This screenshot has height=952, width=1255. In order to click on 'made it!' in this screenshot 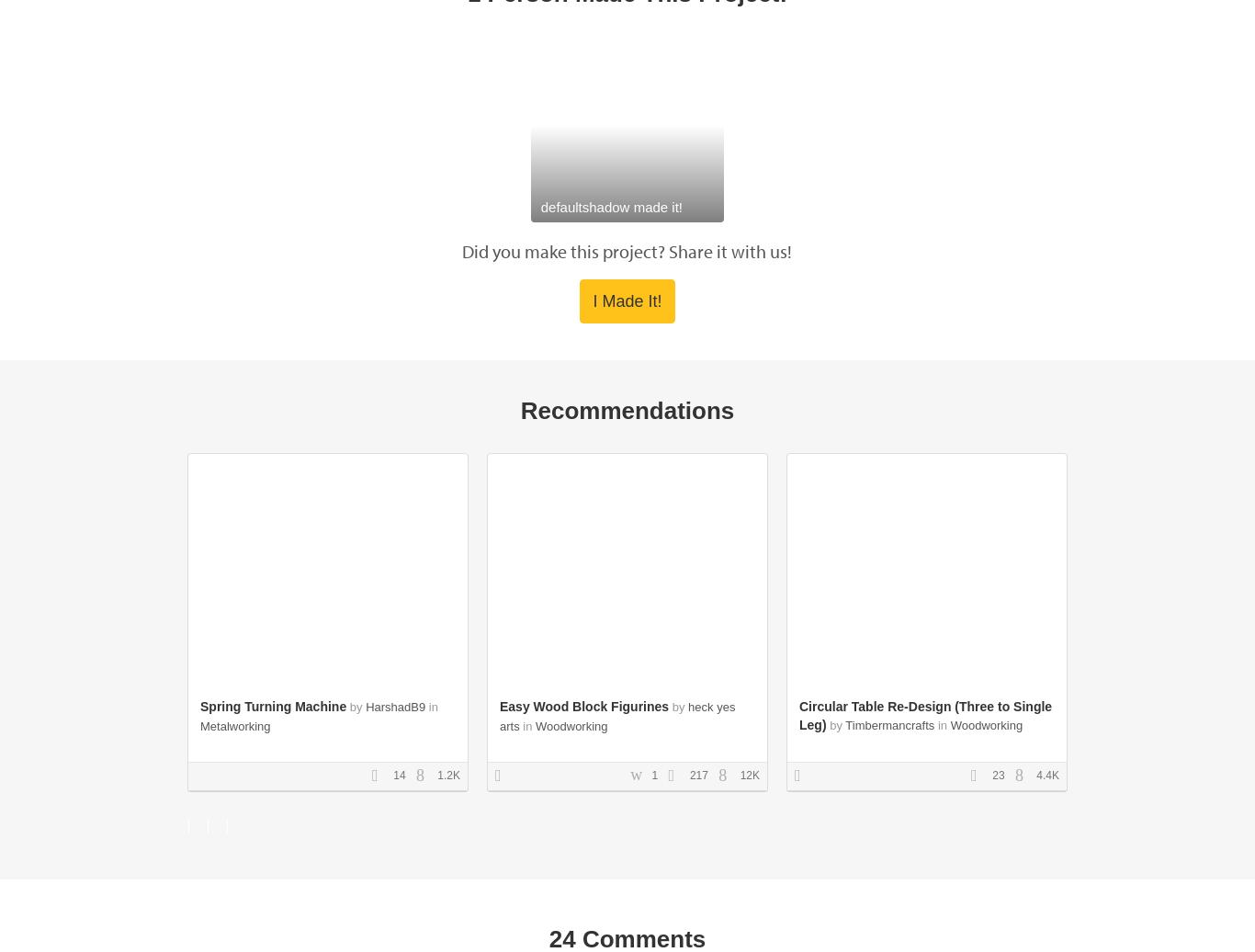, I will do `click(656, 206)`.